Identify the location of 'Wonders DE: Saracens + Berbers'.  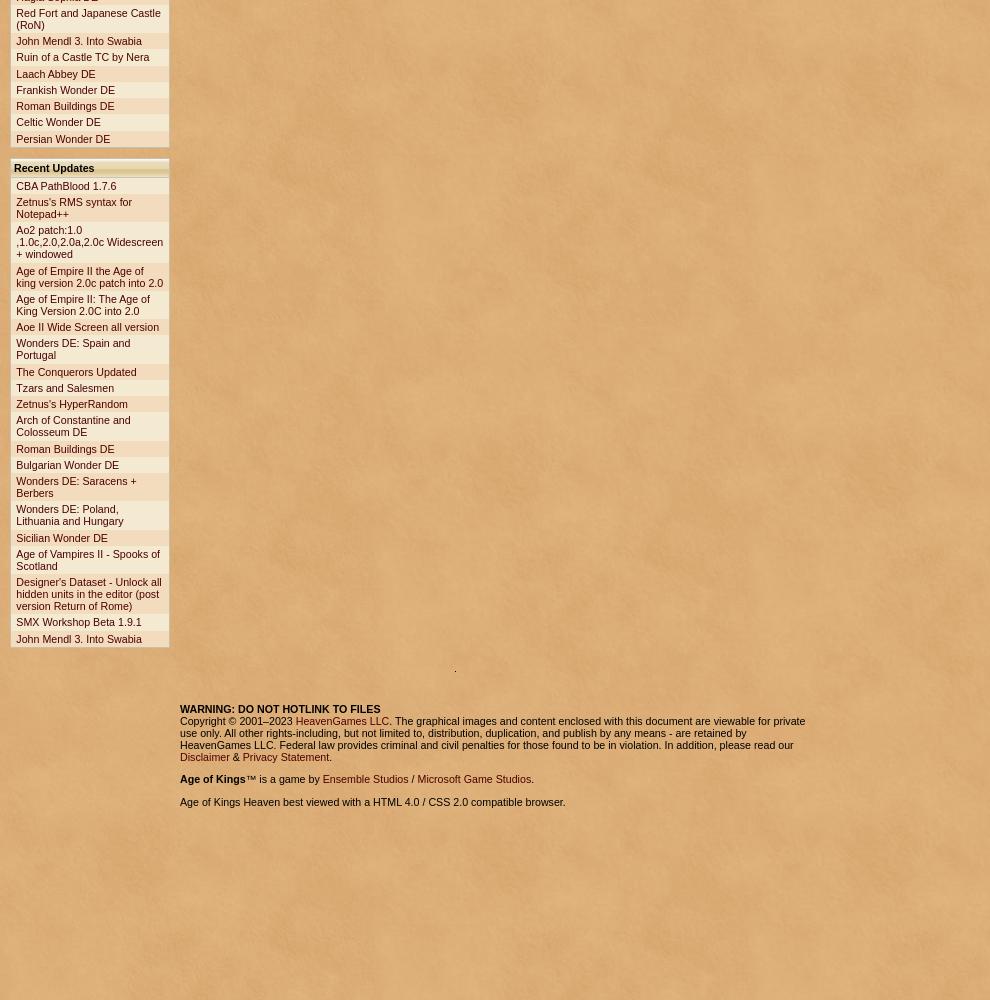
(76, 486).